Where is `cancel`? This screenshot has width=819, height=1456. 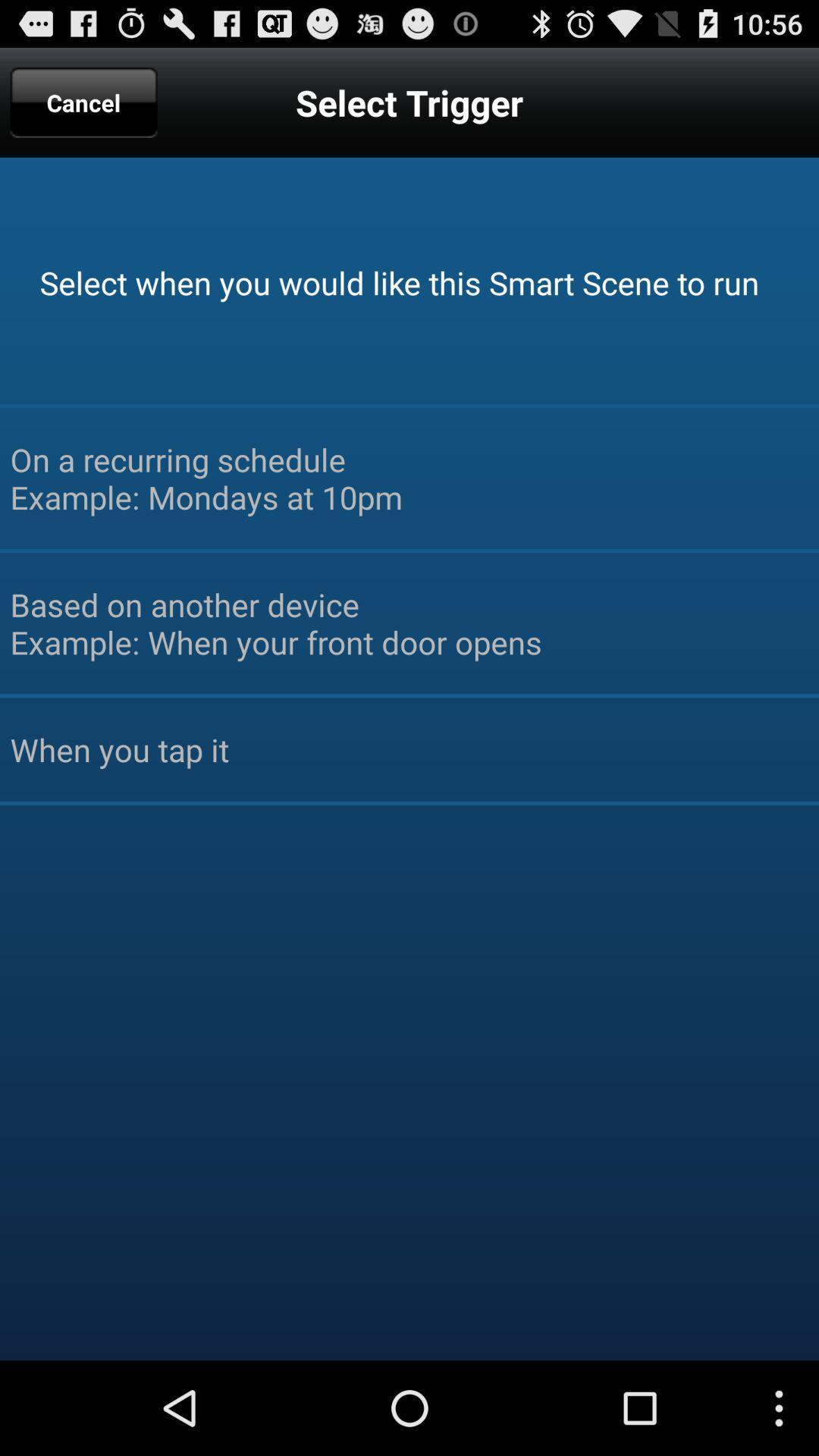
cancel is located at coordinates (83, 102).